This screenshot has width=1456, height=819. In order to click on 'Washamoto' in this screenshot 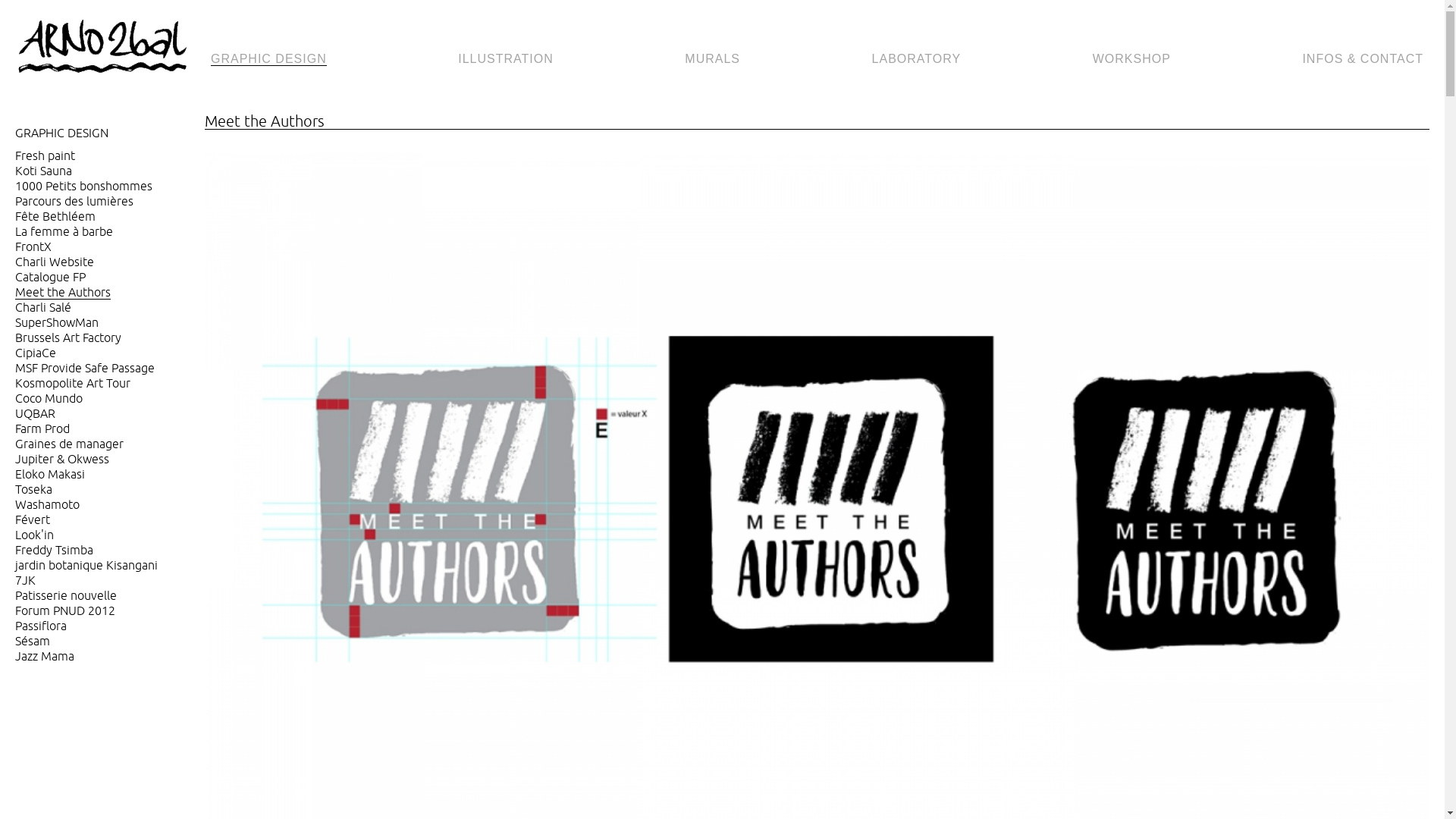, I will do `click(14, 504)`.